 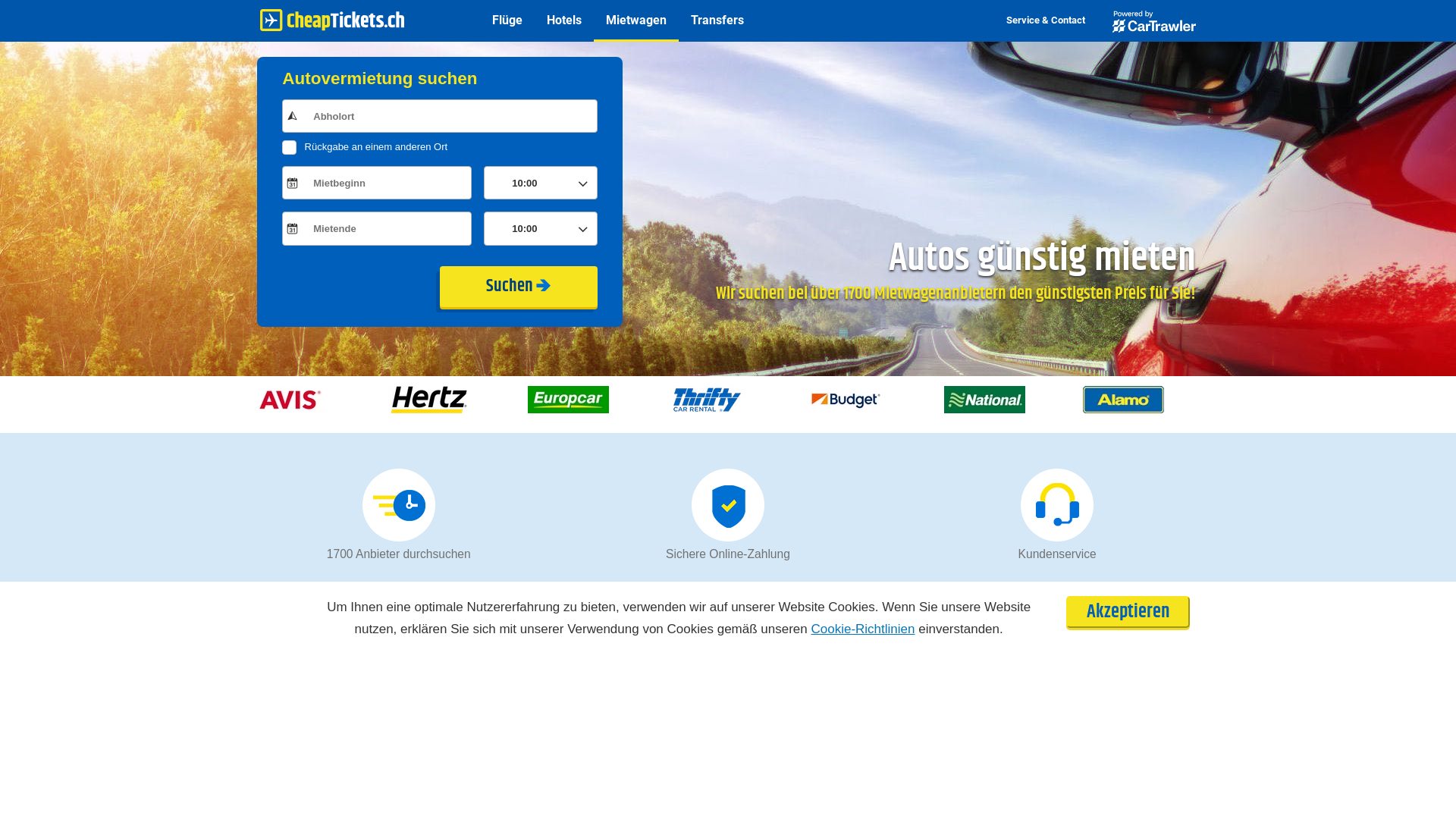 What do you see at coordinates (1128, 610) in the screenshot?
I see `'Akzeptieren'` at bounding box center [1128, 610].